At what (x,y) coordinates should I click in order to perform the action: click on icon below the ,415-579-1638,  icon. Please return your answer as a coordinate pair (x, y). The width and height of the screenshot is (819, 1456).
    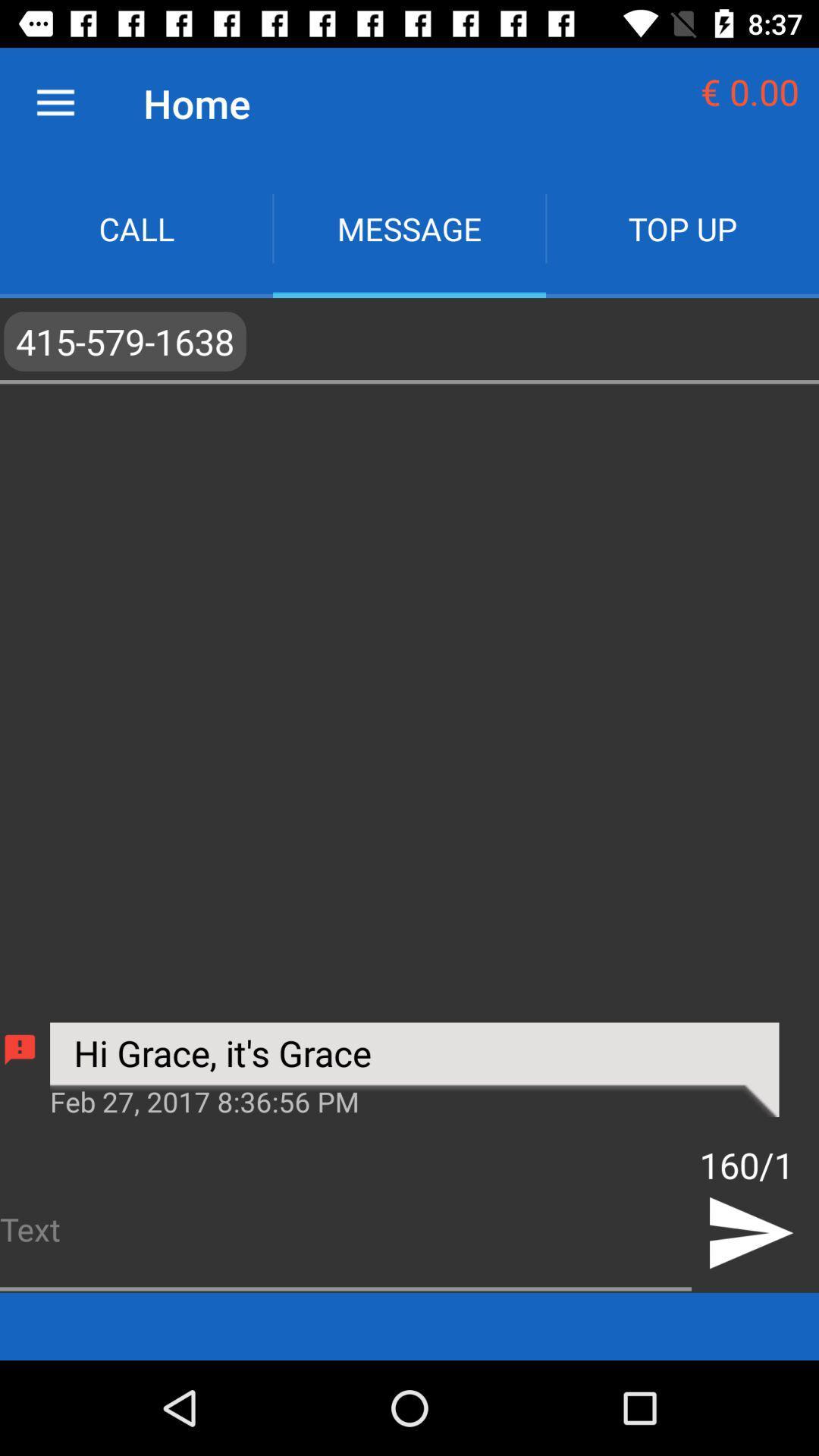
    Looking at the image, I should click on (20, 1049).